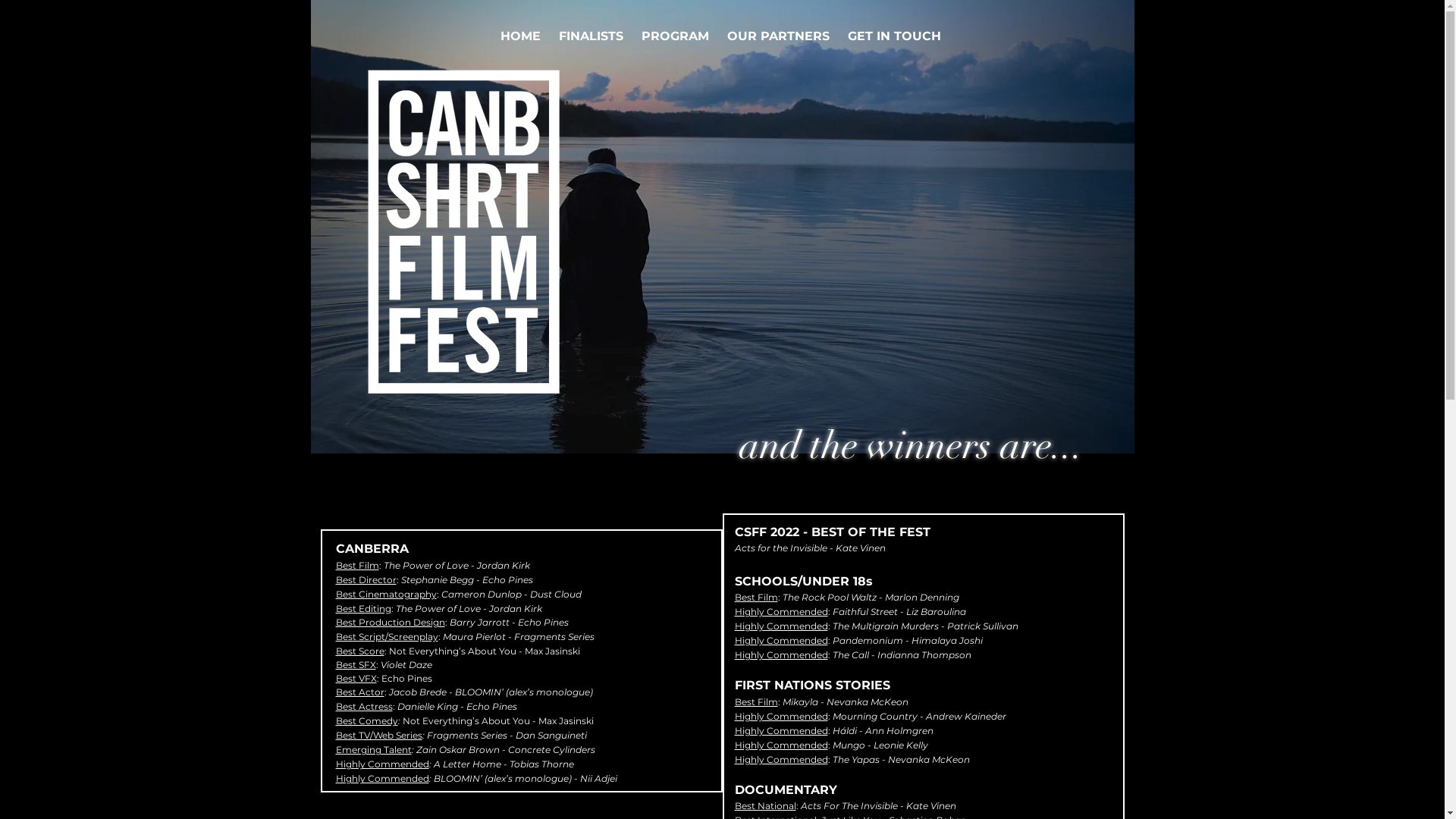 The height and width of the screenshot is (819, 1456). What do you see at coordinates (520, 35) in the screenshot?
I see `'HOME'` at bounding box center [520, 35].